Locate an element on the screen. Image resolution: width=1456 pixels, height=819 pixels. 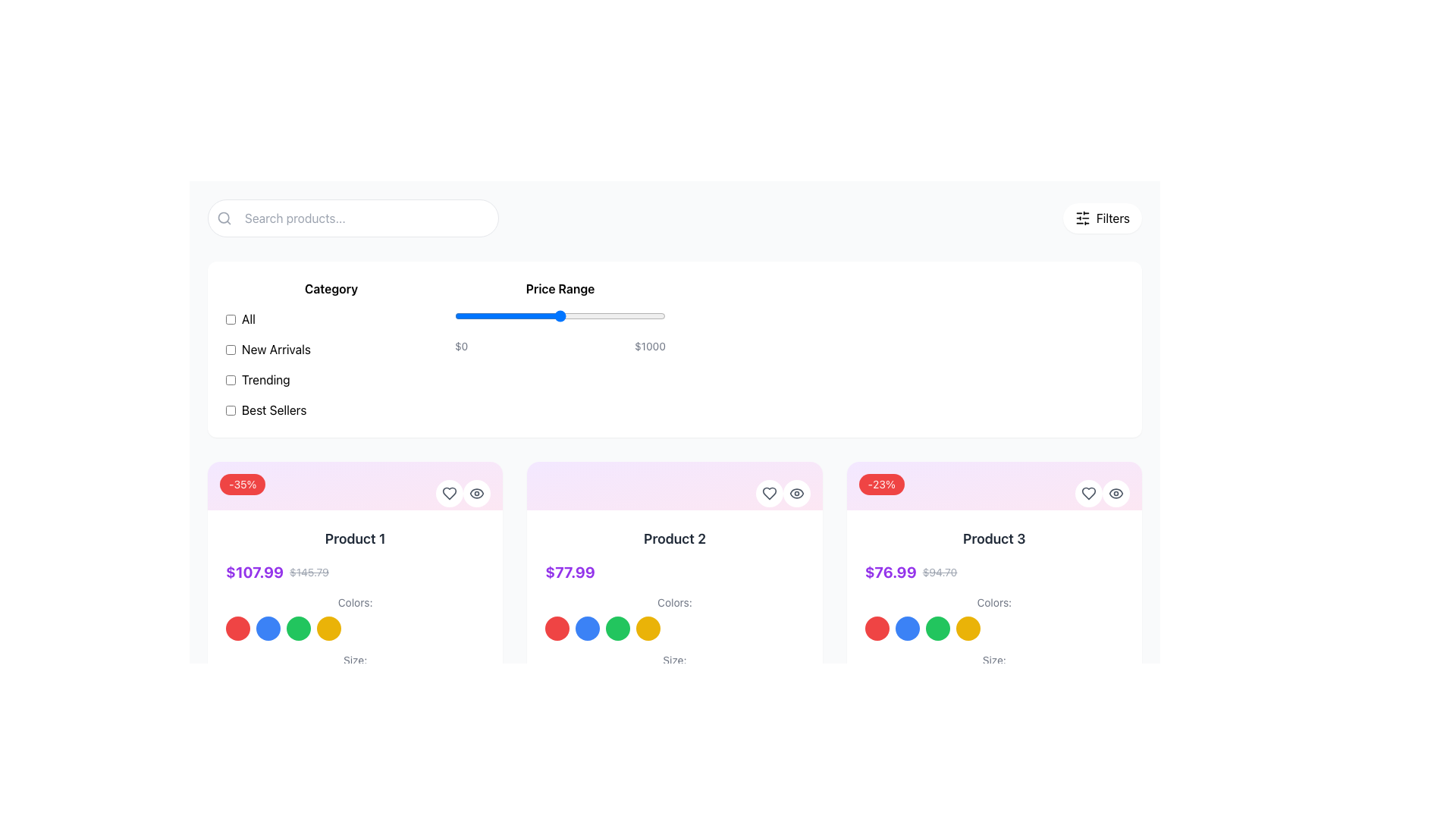
the circular button with a heart icon located in the top-right corner of the card for 'Product 2' is located at coordinates (769, 494).